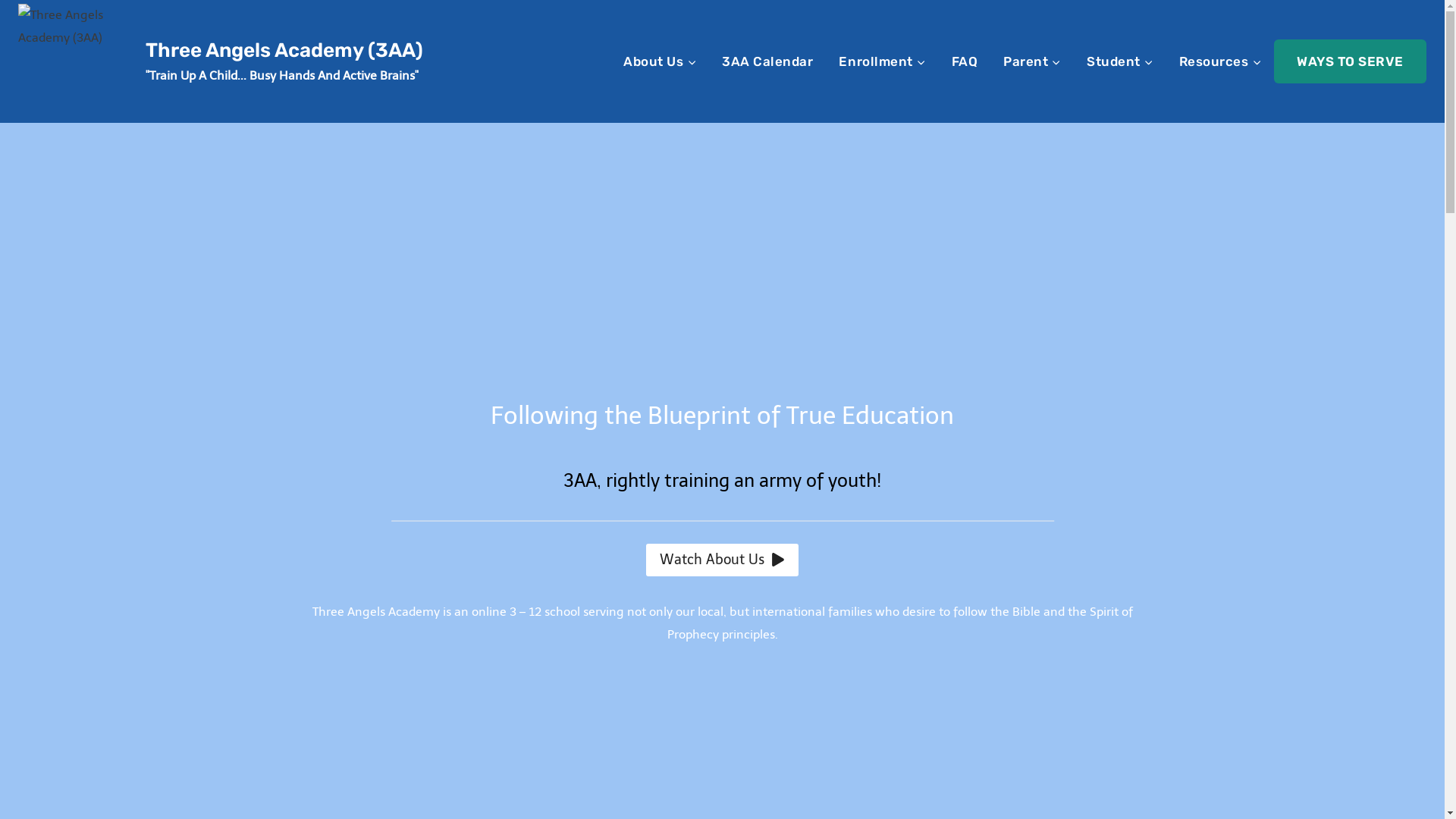 Image resolution: width=1456 pixels, height=819 pixels. What do you see at coordinates (1350, 60) in the screenshot?
I see `'WAYS TO SERVE'` at bounding box center [1350, 60].